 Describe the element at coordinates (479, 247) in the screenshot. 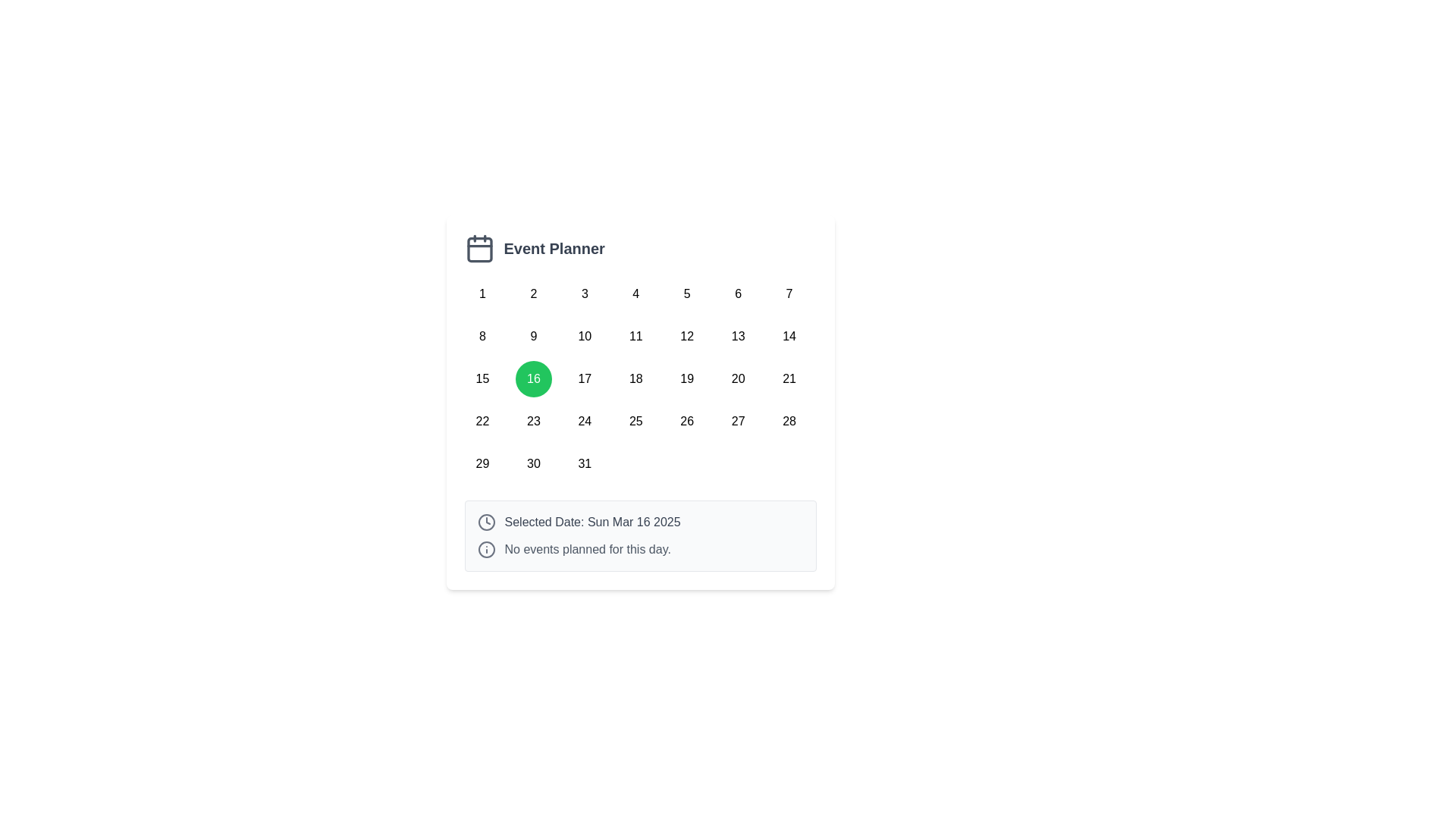

I see `the outlined calendar icon located to the left of the 'Event Planner' text at the top of the widget for contextual understanding` at that location.